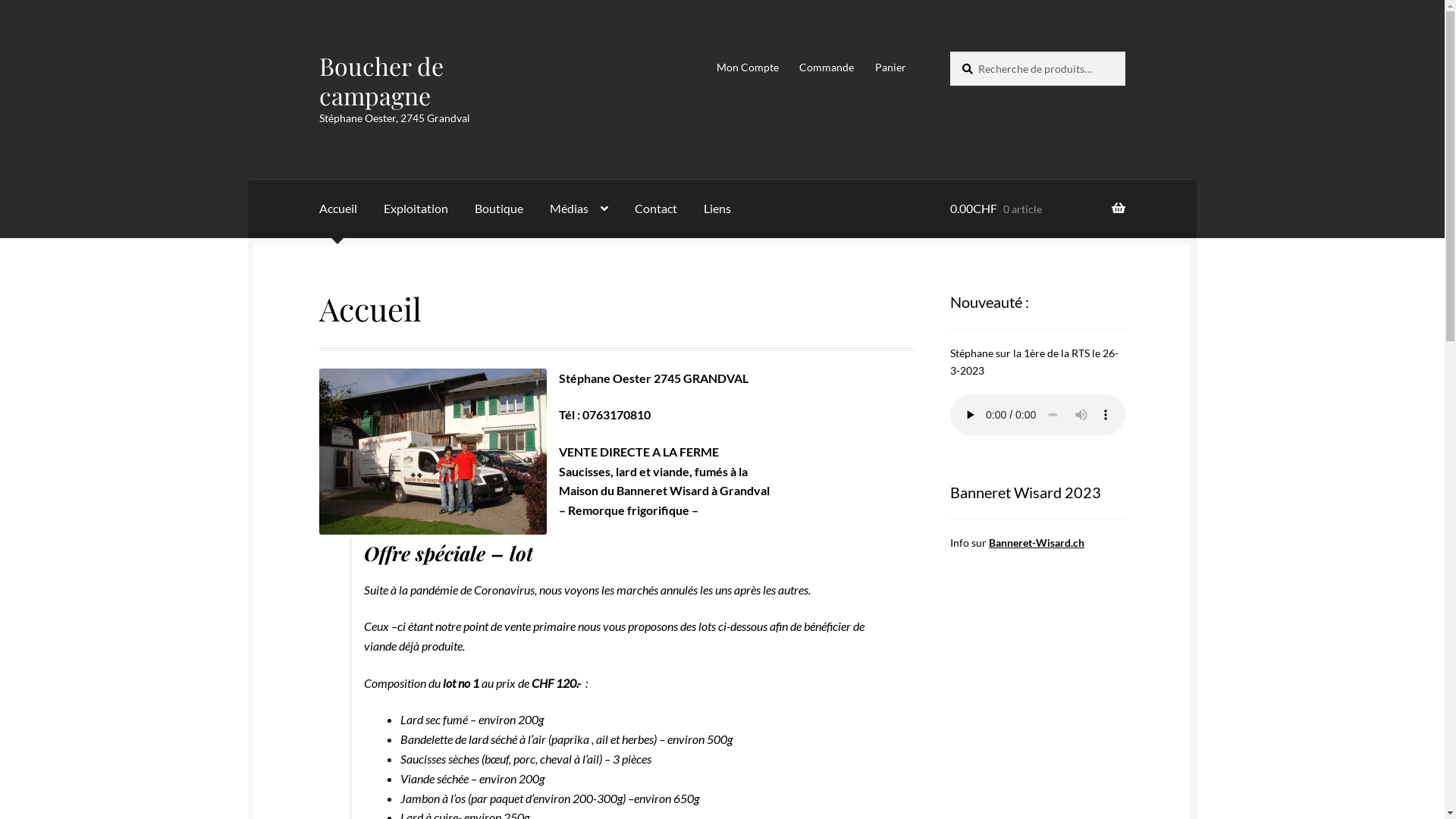 The width and height of the screenshot is (1456, 819). Describe the element at coordinates (381, 80) in the screenshot. I see `'Boucher de campagne'` at that location.